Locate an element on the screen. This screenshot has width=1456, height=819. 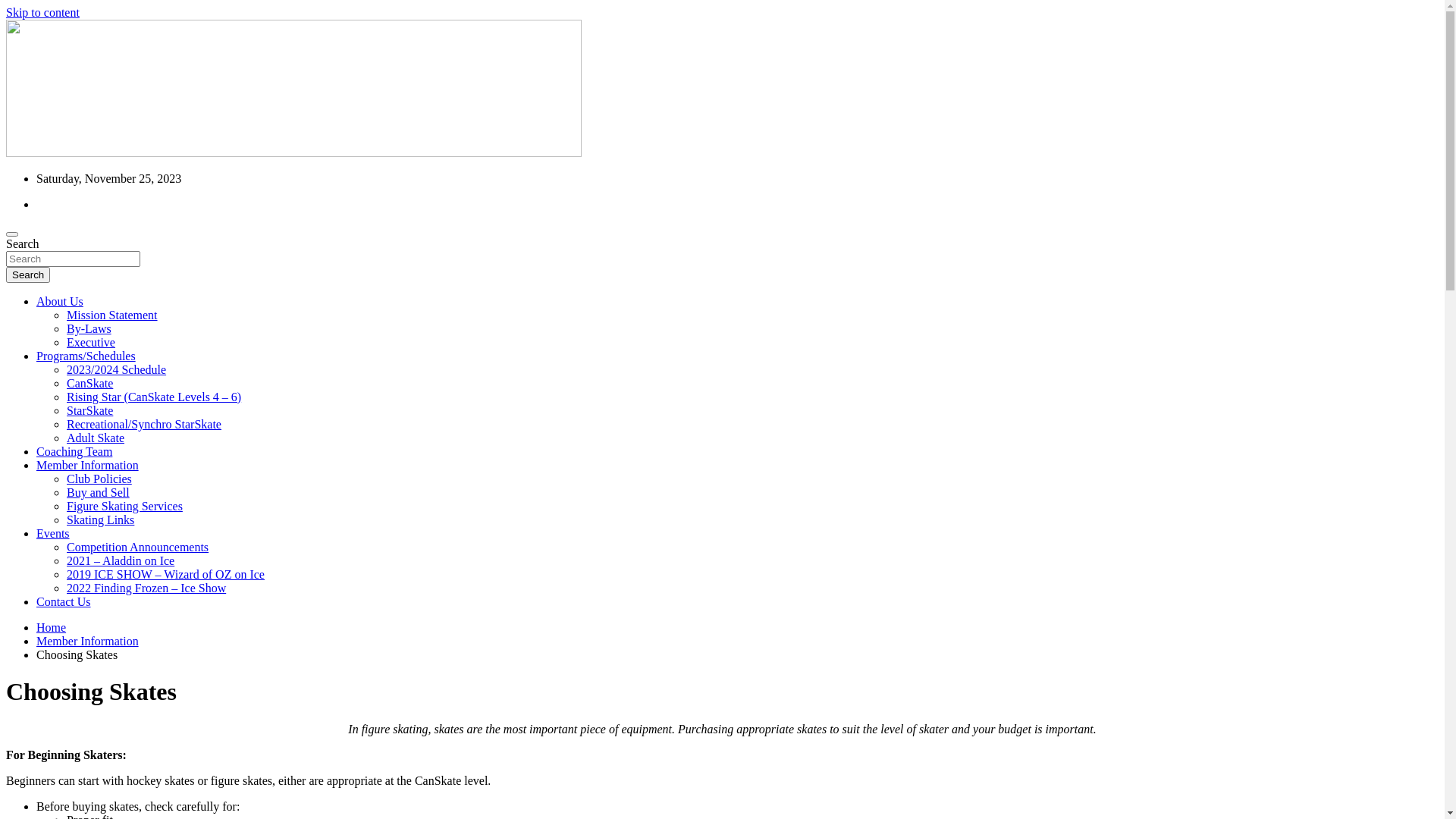
'Skip to content' is located at coordinates (42, 12).